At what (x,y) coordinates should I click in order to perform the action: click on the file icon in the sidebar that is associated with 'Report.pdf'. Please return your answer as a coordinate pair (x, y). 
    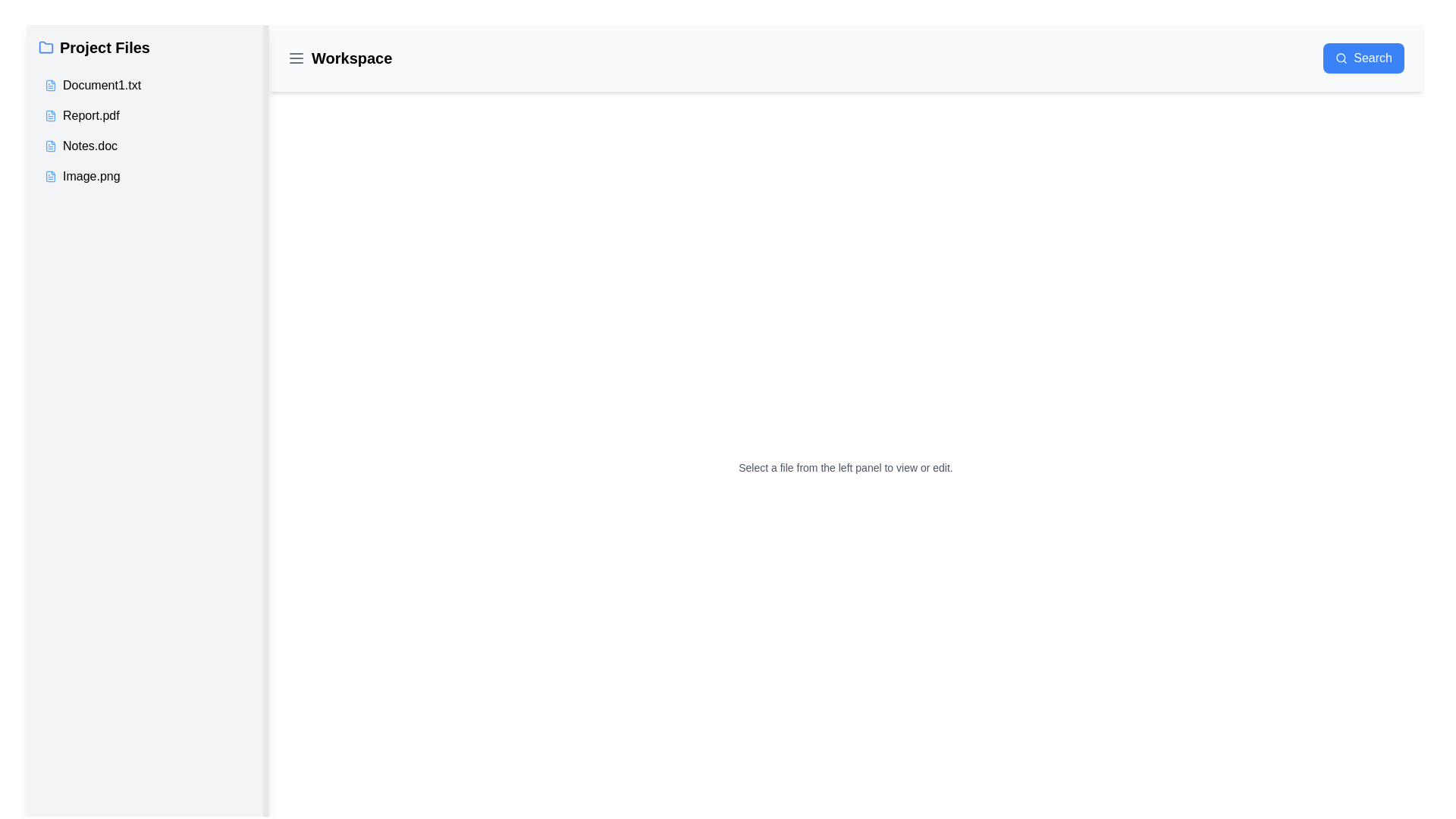
    Looking at the image, I should click on (51, 115).